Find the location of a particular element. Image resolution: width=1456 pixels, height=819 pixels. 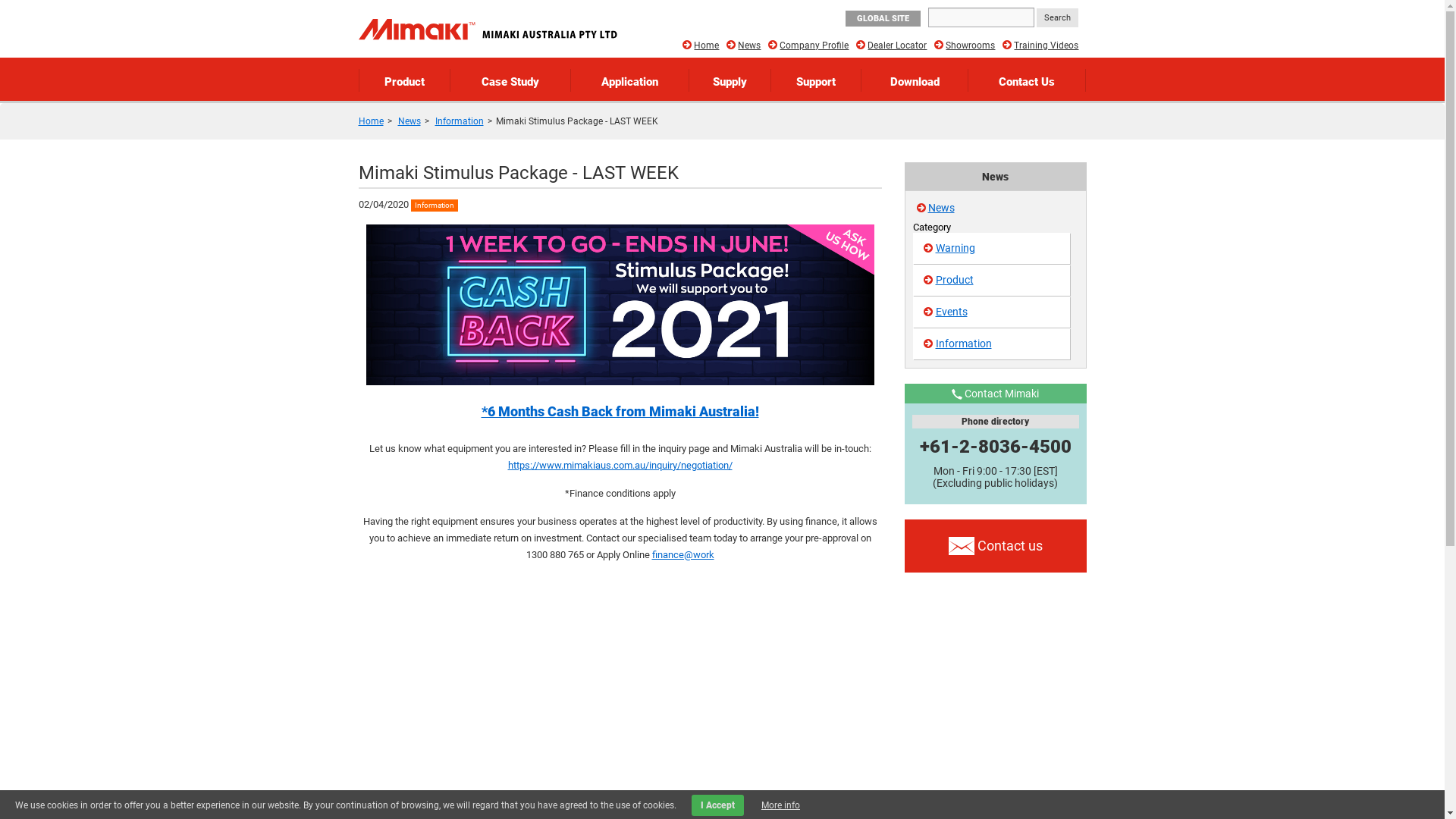

'finance@work' is located at coordinates (651, 554).